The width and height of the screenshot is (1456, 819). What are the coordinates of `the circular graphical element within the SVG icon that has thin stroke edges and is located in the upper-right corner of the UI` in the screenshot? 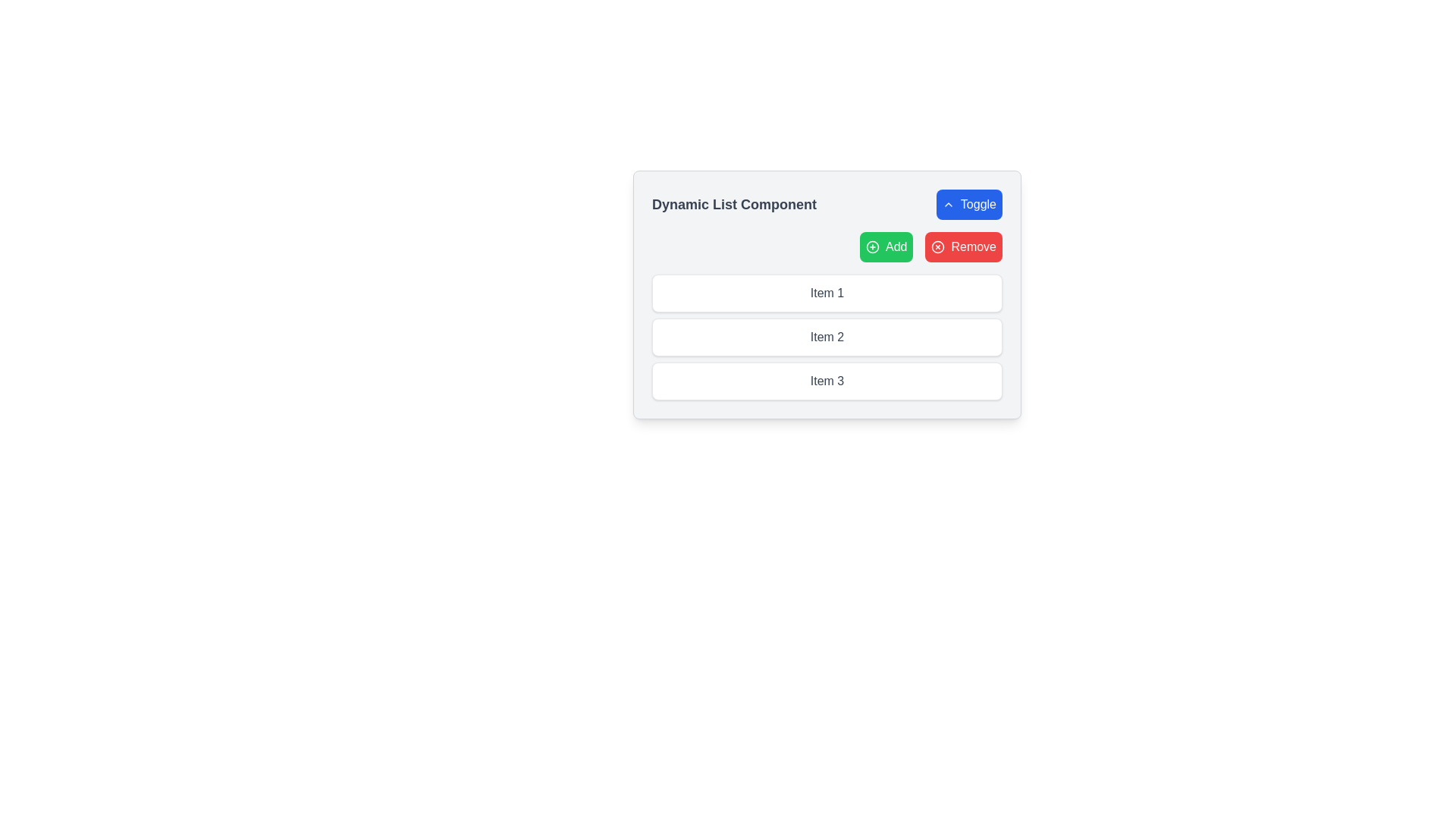 It's located at (937, 246).